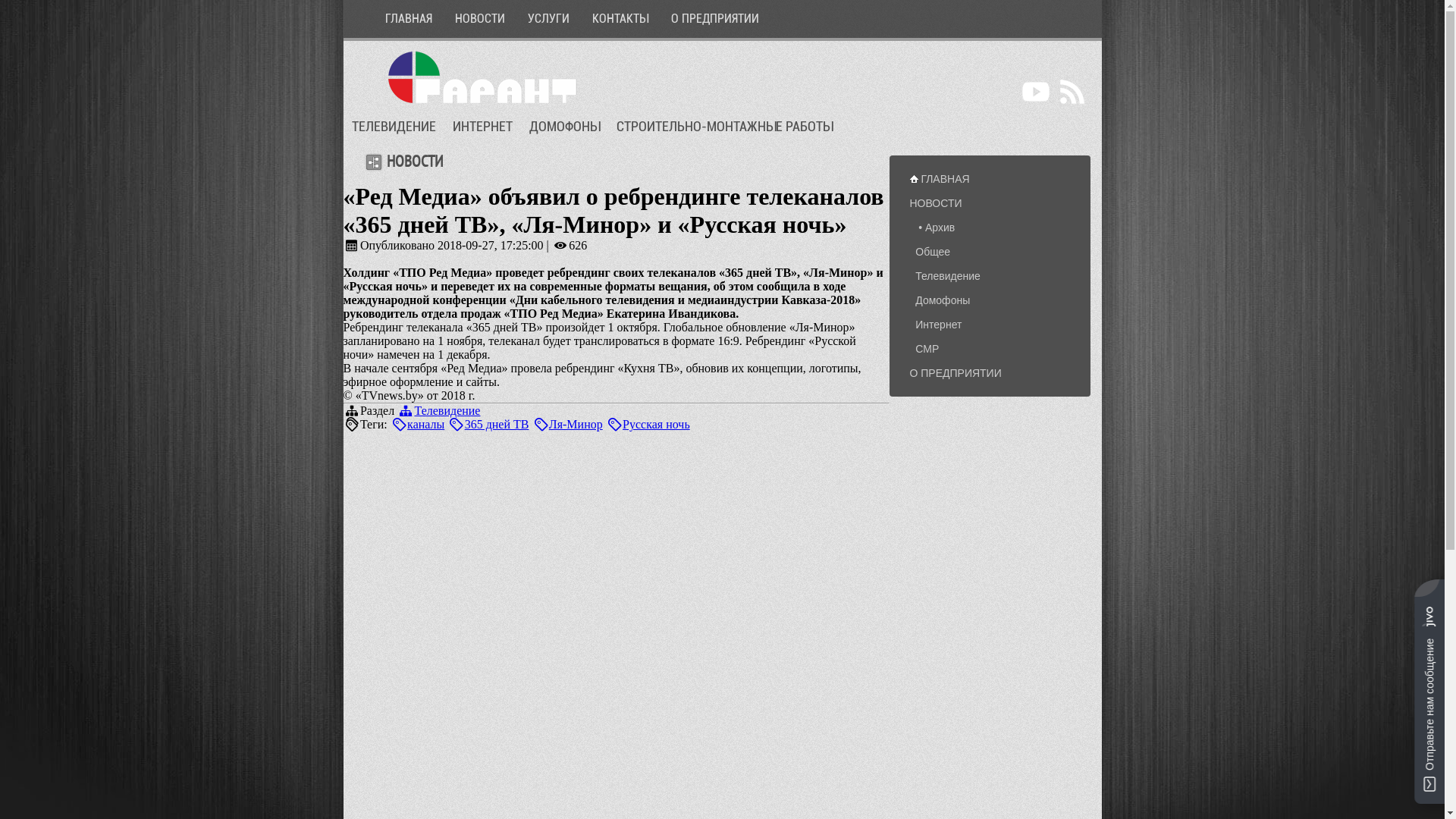  Describe the element at coordinates (1035, 91) in the screenshot. I see `'YouTube'` at that location.